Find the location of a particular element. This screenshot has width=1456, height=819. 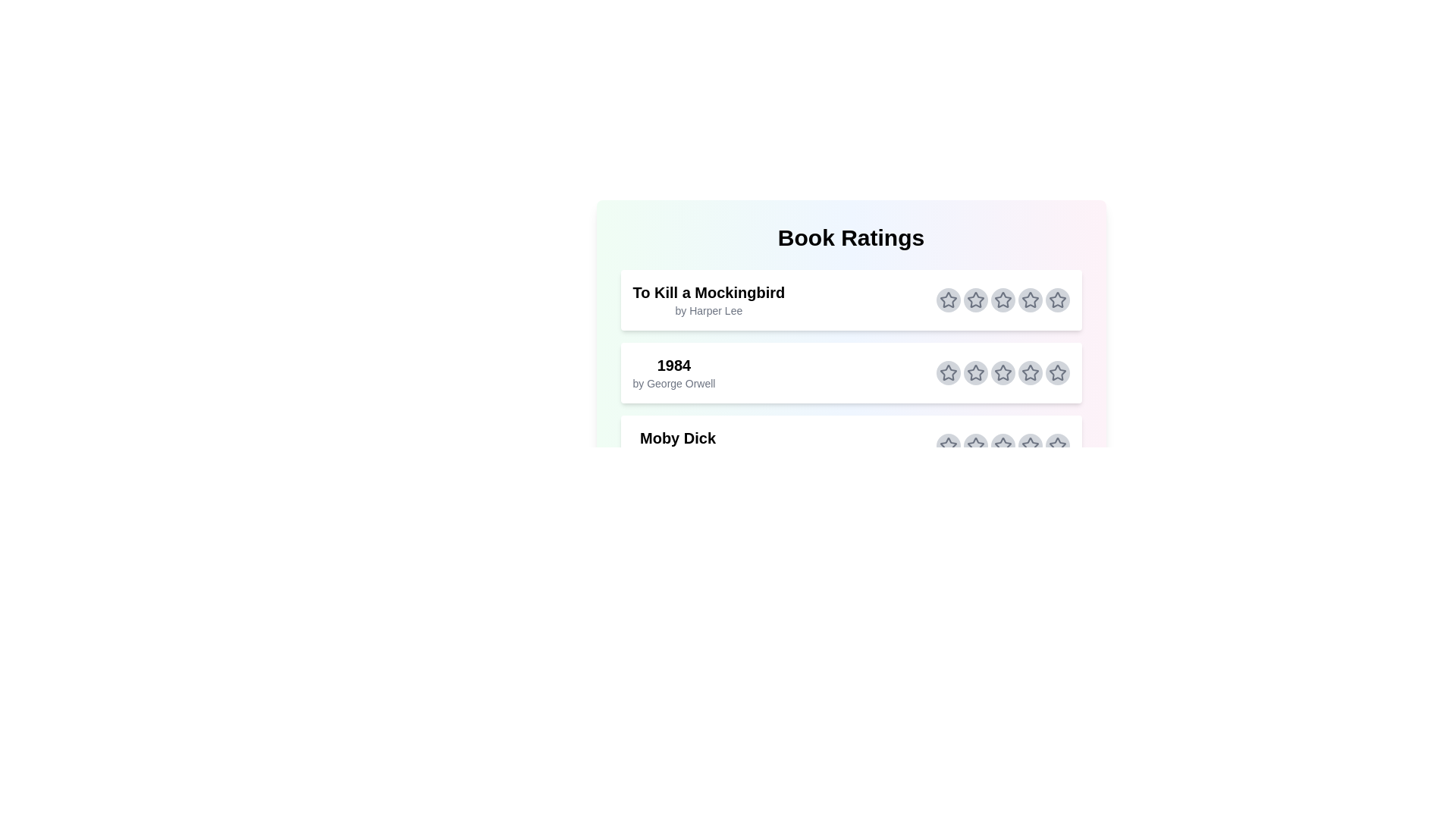

the star corresponding to 1 stars for the book titled To Kill a Mockingbird is located at coordinates (947, 300).